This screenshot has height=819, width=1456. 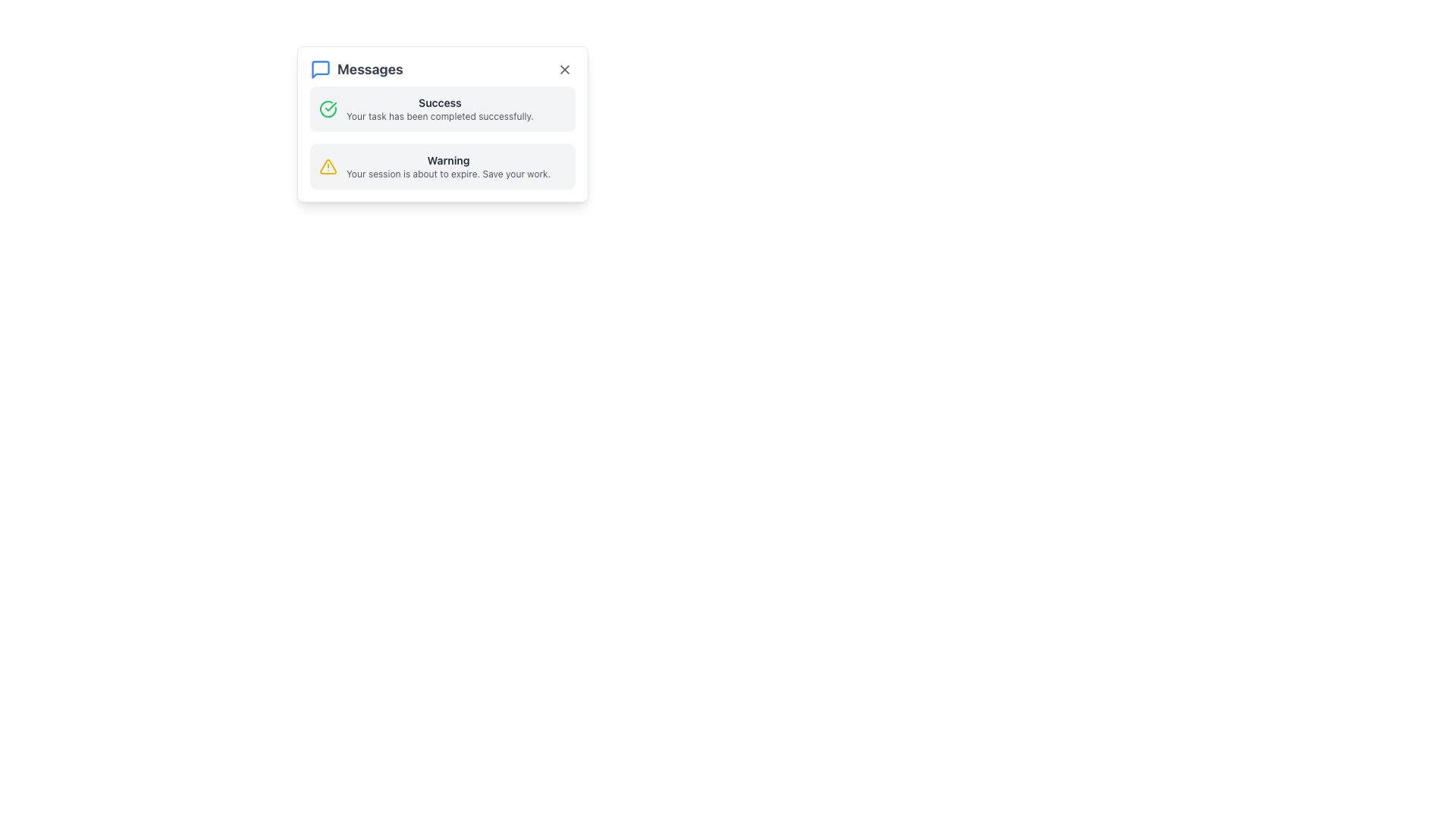 What do you see at coordinates (563, 70) in the screenshot?
I see `the Close button icon (cross) located in the top-right corner of the 'Messages' notification card` at bounding box center [563, 70].